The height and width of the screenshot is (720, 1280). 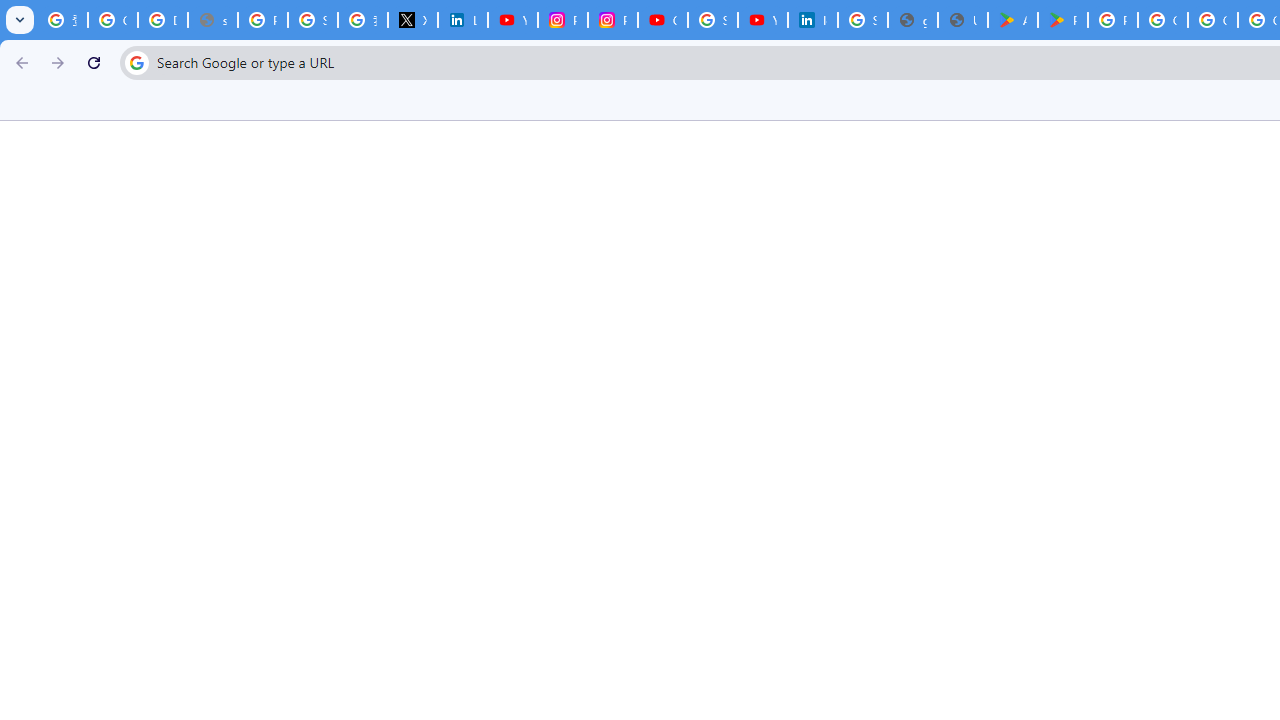 What do you see at coordinates (262, 20) in the screenshot?
I see `'Privacy Help Center - Policies Help'` at bounding box center [262, 20].